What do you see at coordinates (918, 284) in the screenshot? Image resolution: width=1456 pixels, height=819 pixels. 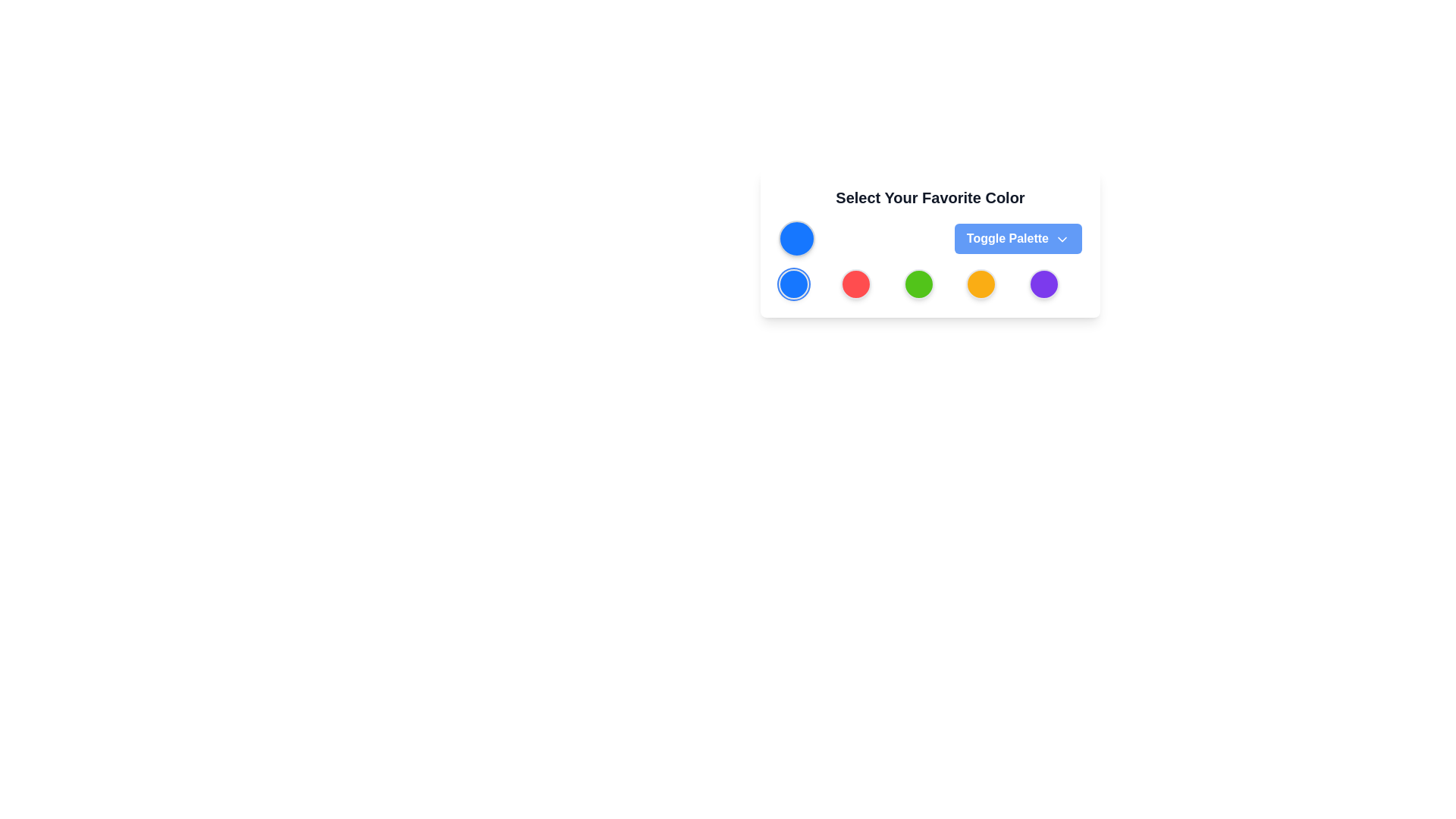 I see `the green color selection button, which is the third circular button in a row of five buttons, located to the right of the red button and left of the orange button` at bounding box center [918, 284].